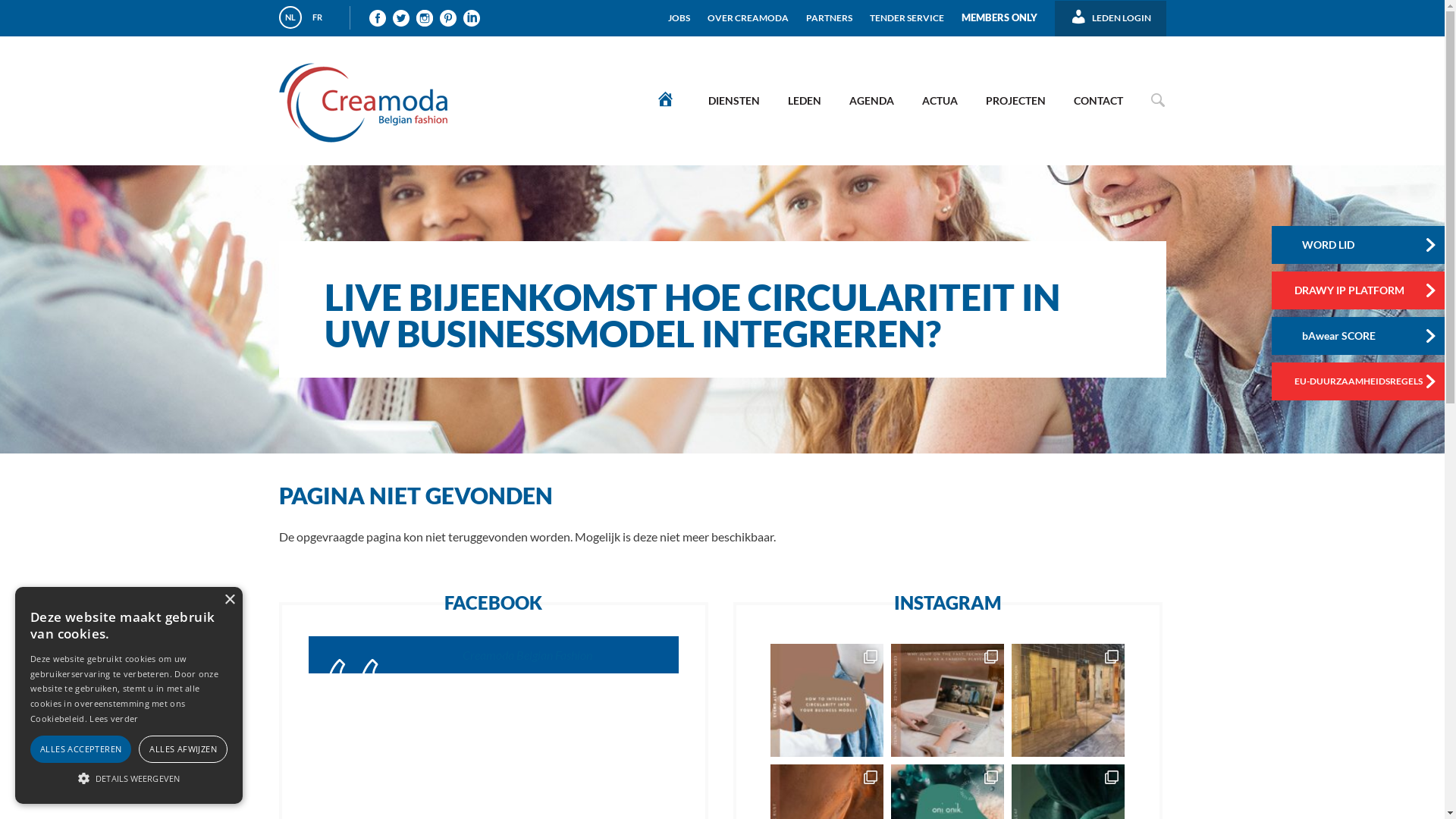 The width and height of the screenshot is (1456, 819). What do you see at coordinates (805, 11) in the screenshot?
I see `'PARTNERS'` at bounding box center [805, 11].